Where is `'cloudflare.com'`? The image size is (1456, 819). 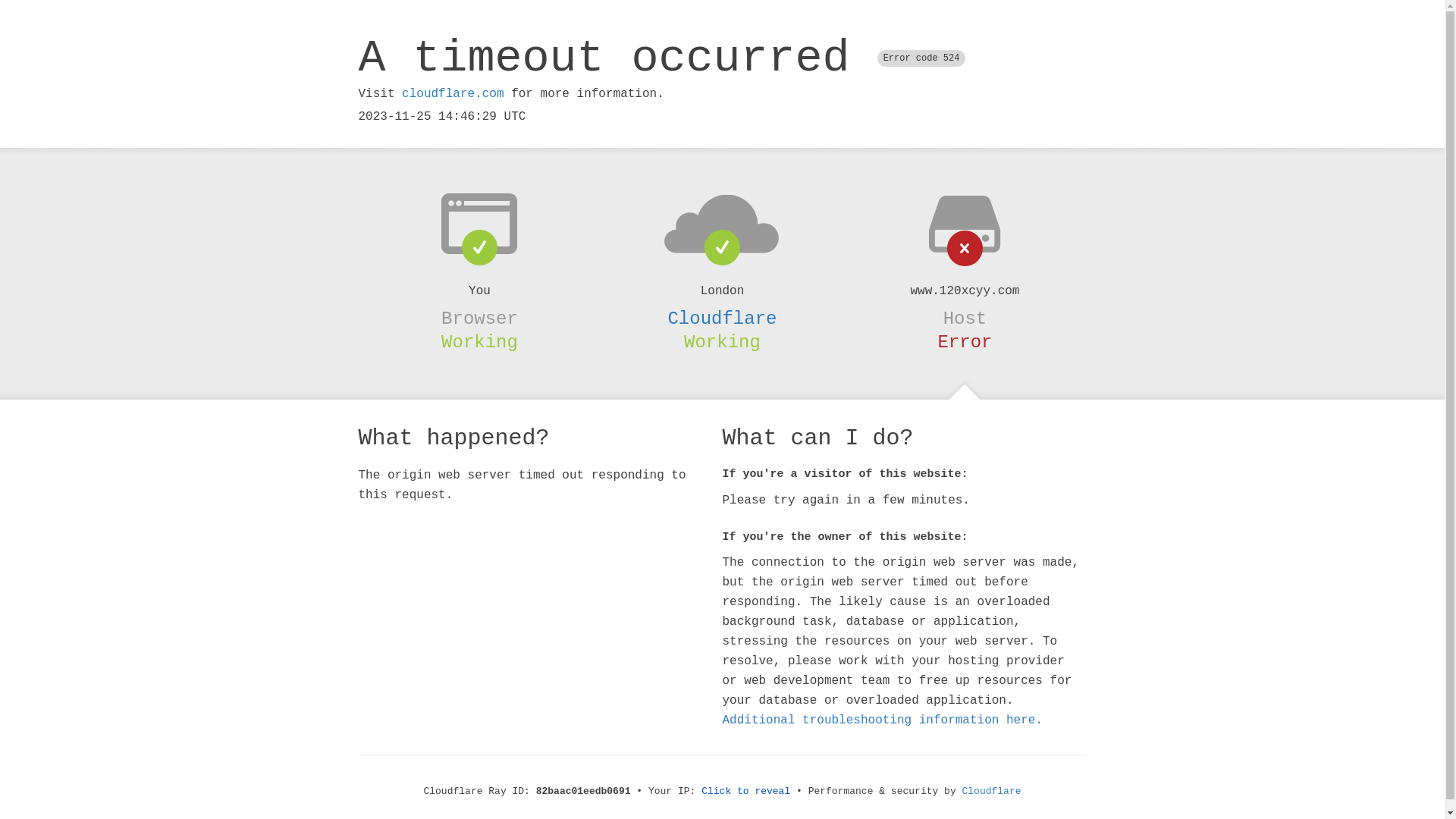
'cloudflare.com' is located at coordinates (451, 93).